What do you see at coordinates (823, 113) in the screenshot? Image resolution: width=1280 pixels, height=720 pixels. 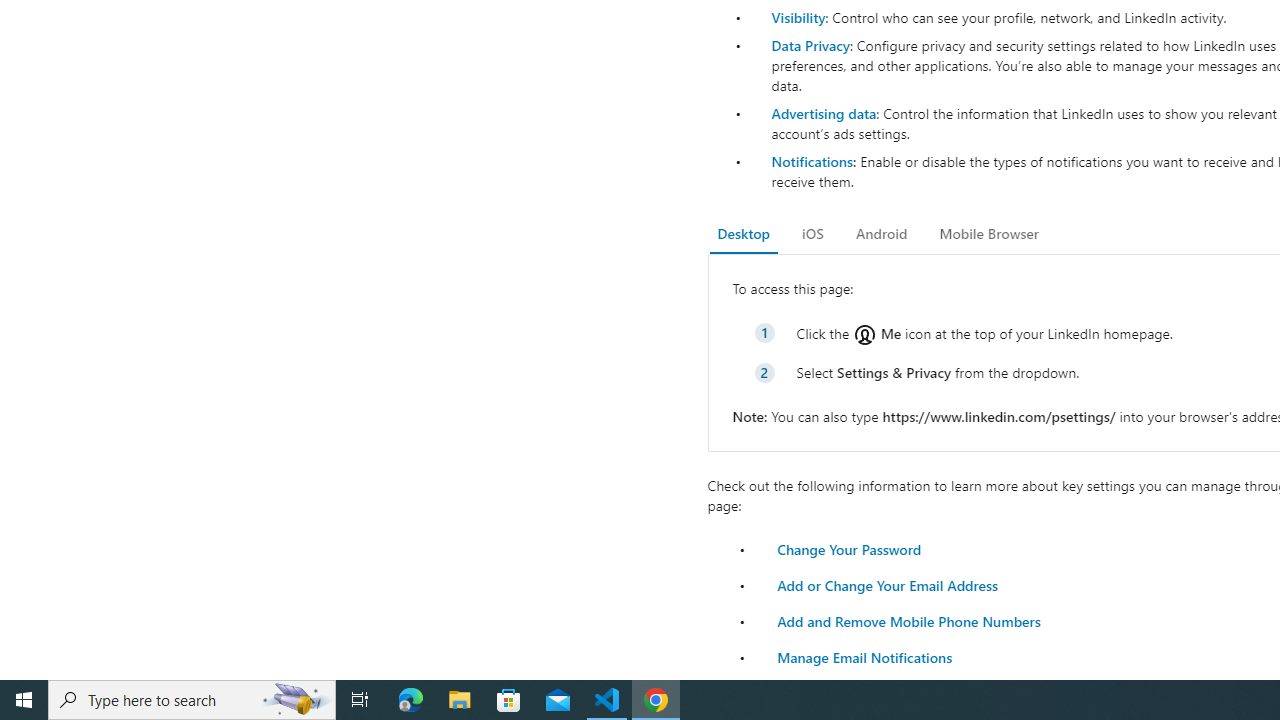 I see `'Advertising data'` at bounding box center [823, 113].